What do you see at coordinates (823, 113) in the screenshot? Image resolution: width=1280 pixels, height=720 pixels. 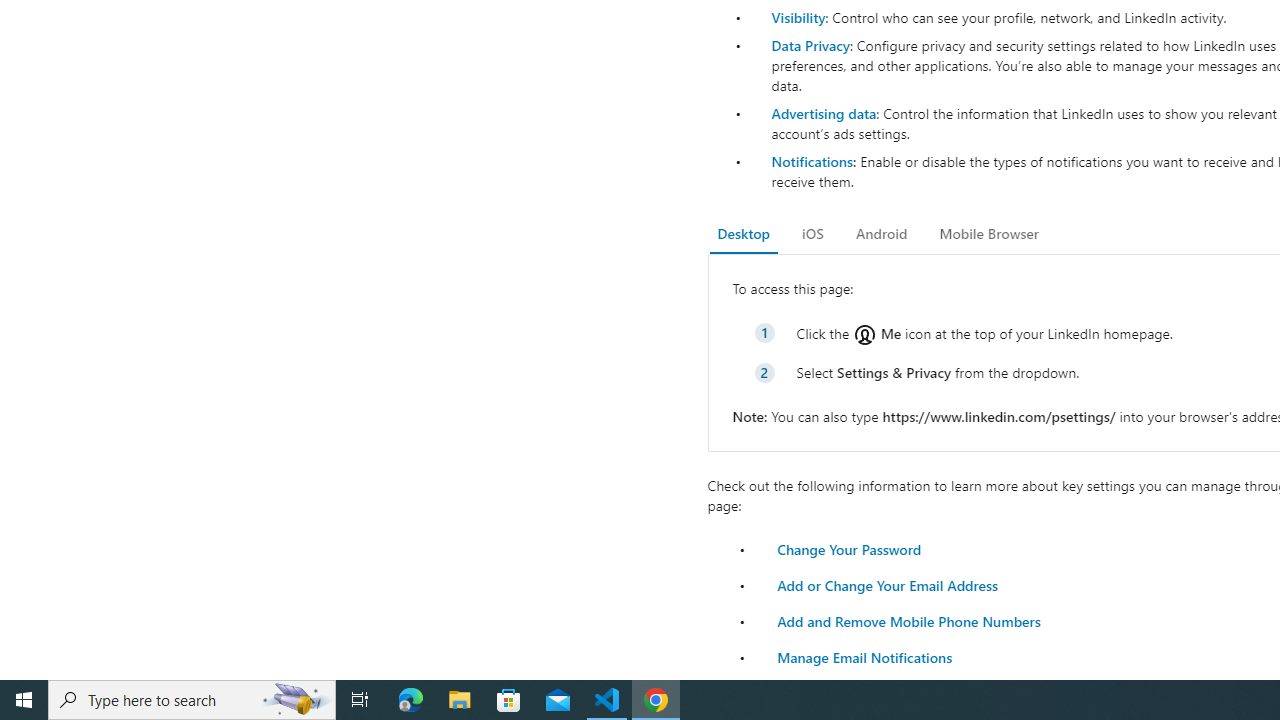 I see `'Advertising data'` at bounding box center [823, 113].